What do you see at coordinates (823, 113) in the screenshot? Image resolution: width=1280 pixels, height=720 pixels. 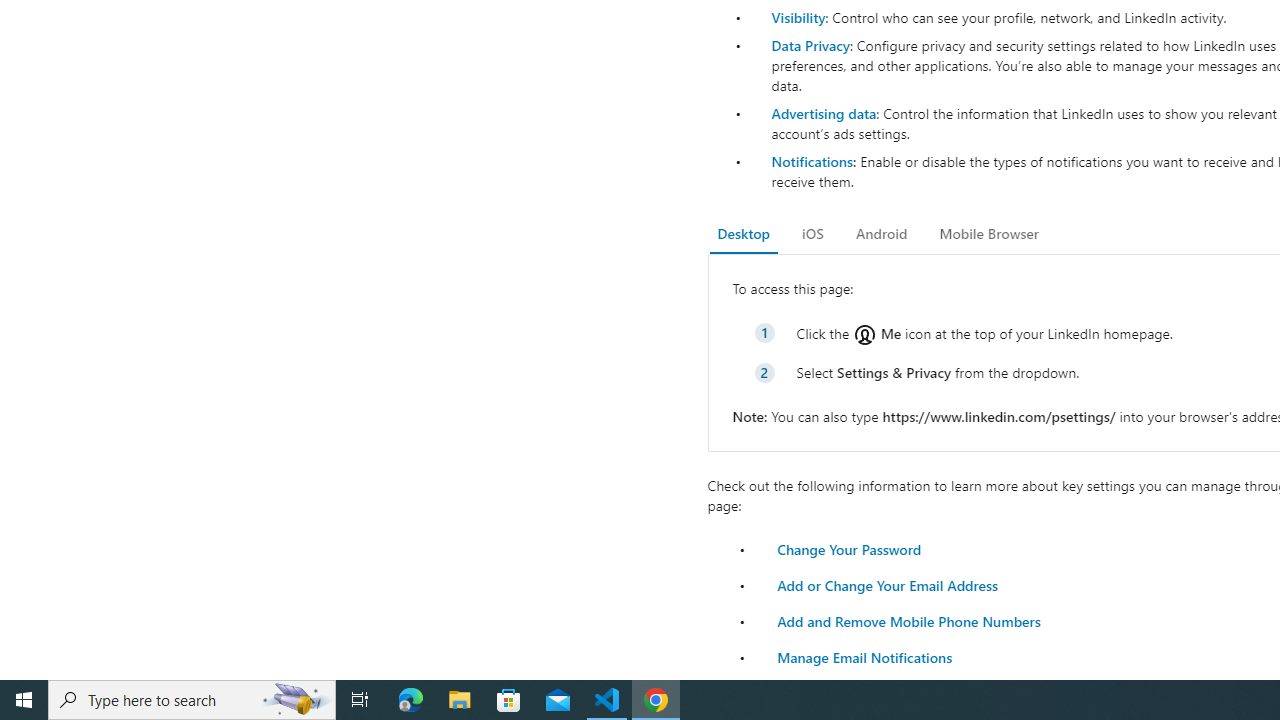 I see `'Advertising data'` at bounding box center [823, 113].